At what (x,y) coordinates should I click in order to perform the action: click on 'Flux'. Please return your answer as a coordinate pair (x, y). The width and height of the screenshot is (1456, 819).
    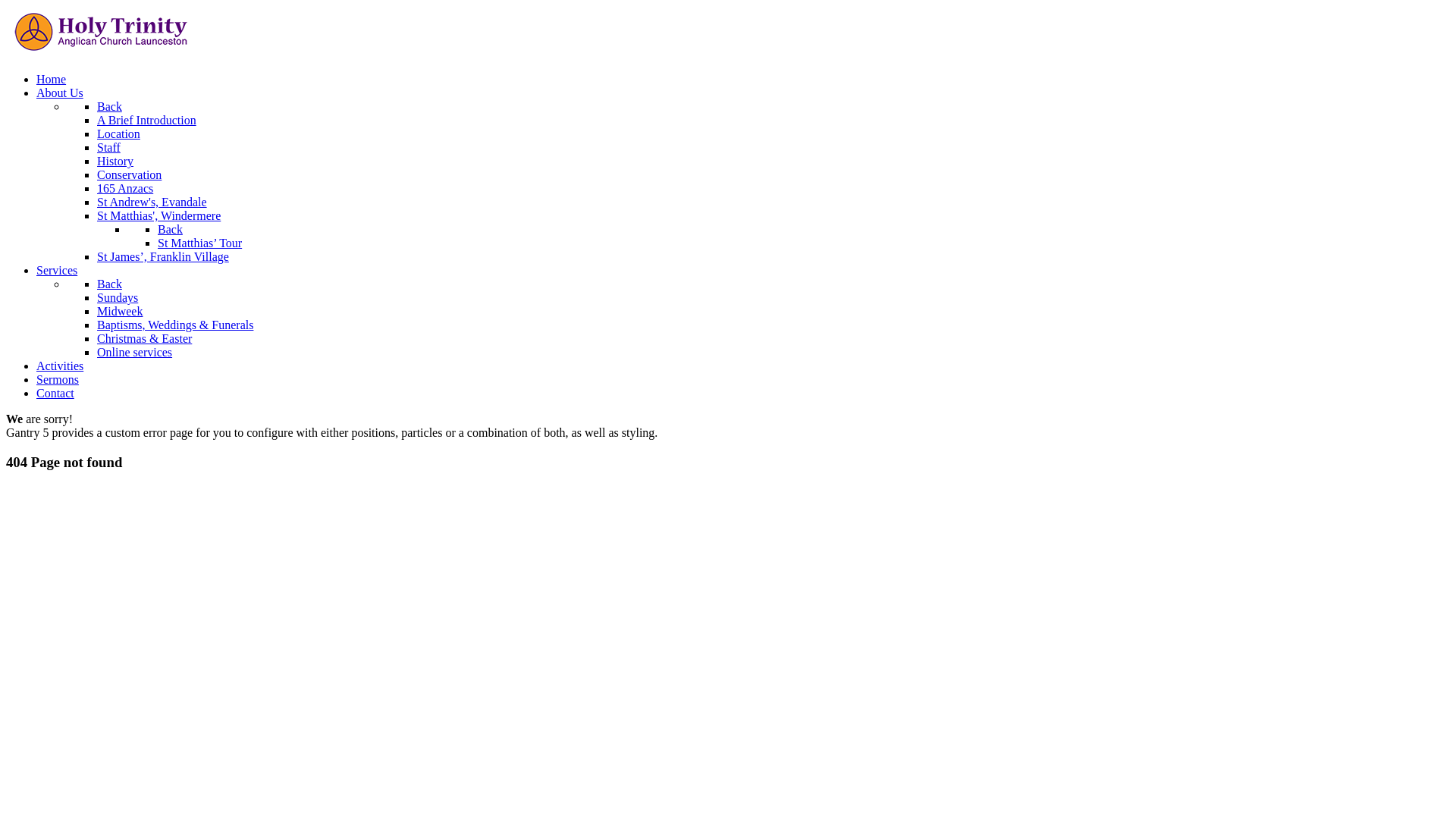
    Looking at the image, I should click on (100, 52).